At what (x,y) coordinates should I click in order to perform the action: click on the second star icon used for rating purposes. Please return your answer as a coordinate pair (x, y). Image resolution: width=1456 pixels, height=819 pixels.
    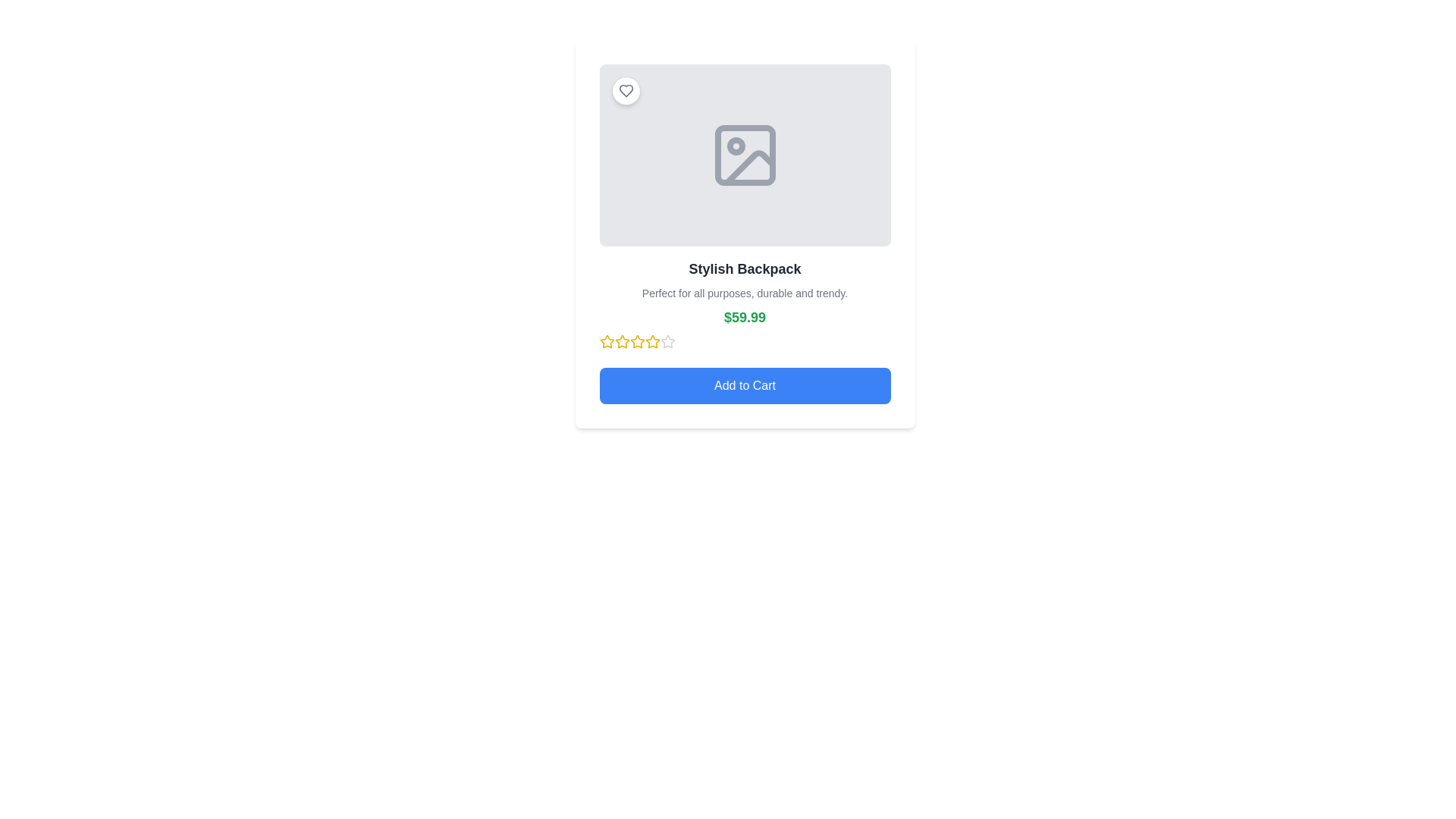
    Looking at the image, I should click on (622, 341).